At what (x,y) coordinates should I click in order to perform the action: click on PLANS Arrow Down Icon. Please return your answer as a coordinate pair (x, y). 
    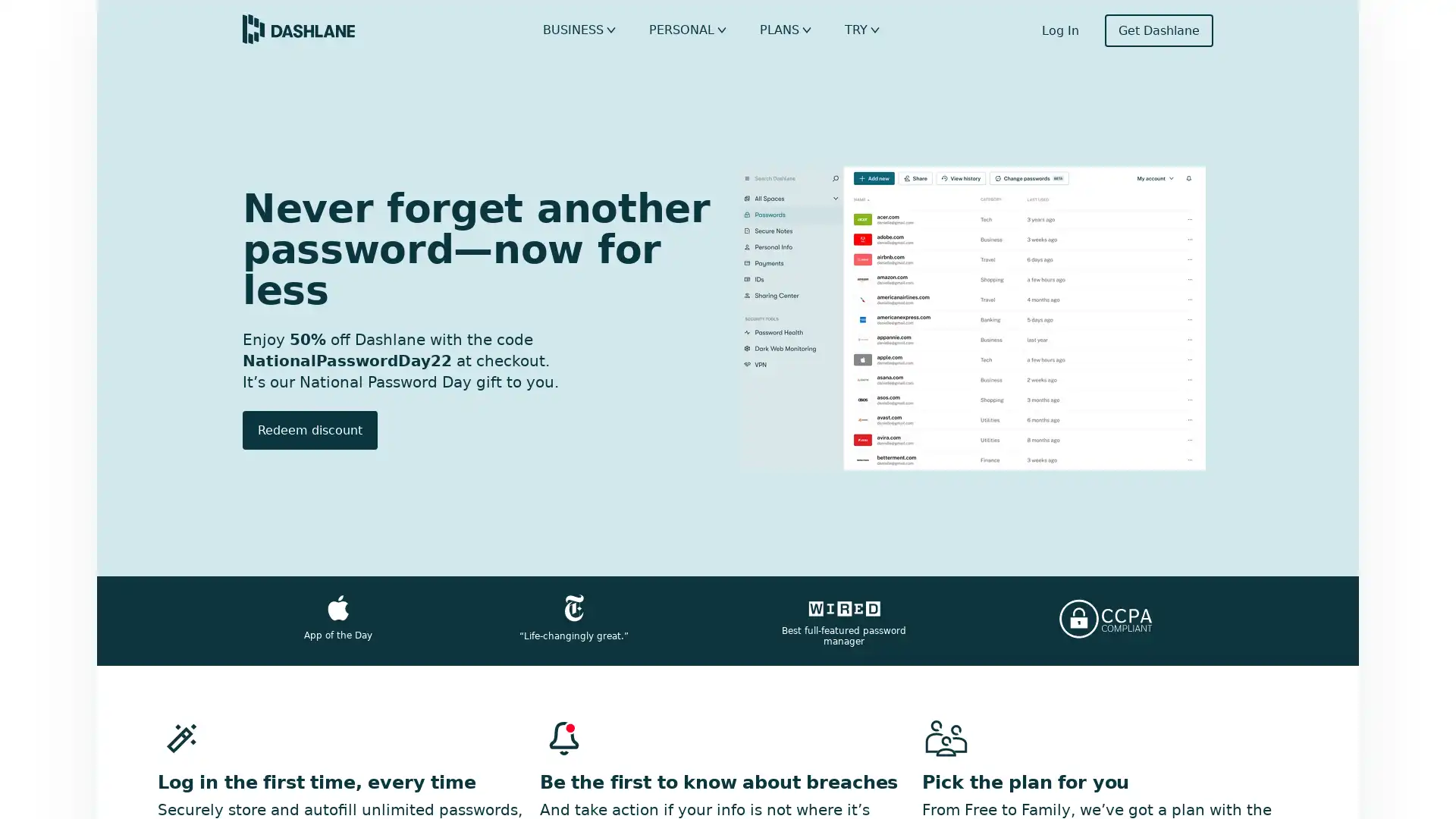
    Looking at the image, I should click on (786, 30).